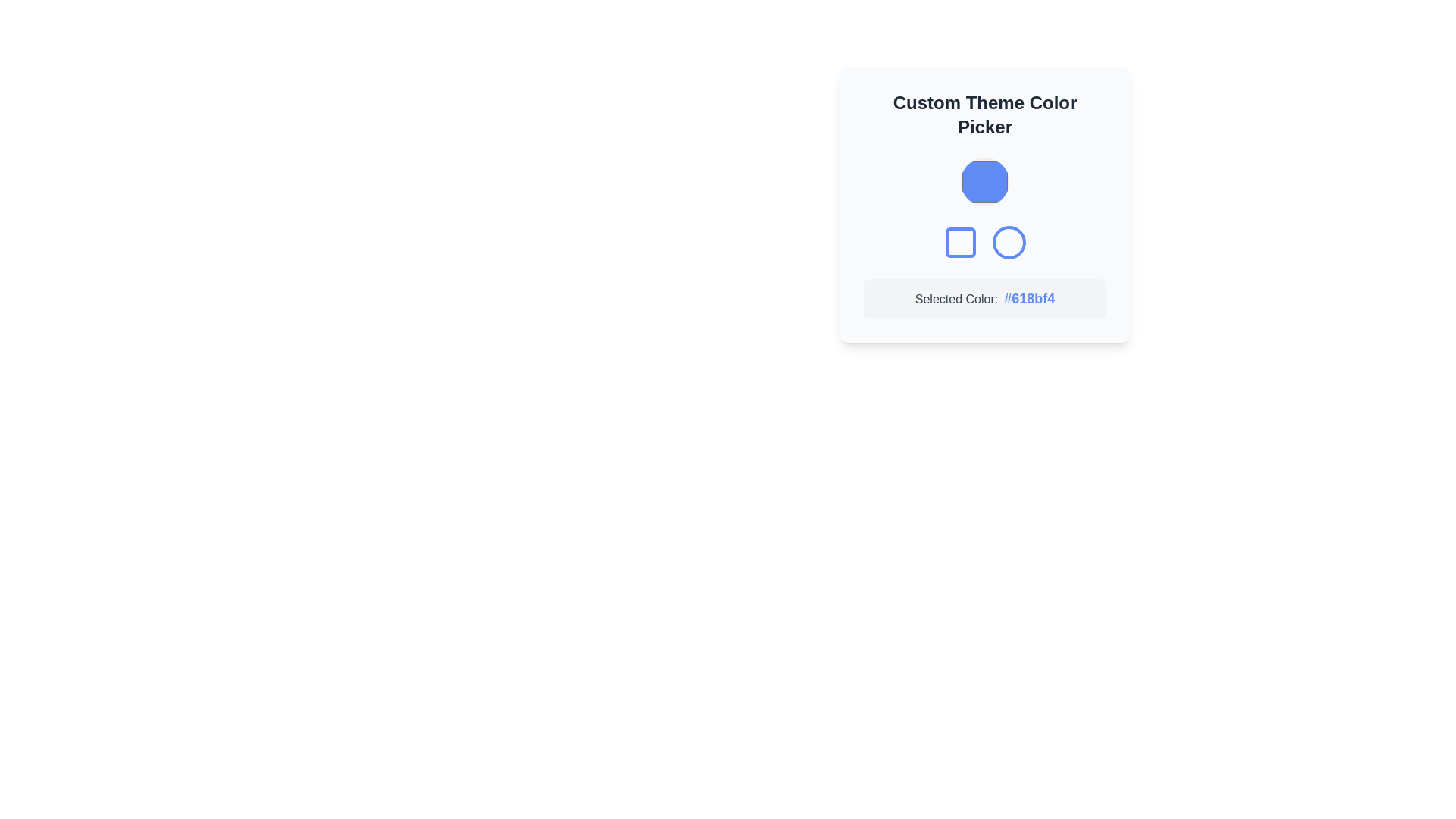 The height and width of the screenshot is (819, 1456). I want to click on the text label displaying 'Selected Color:' to check for a tooltip, so click(955, 299).